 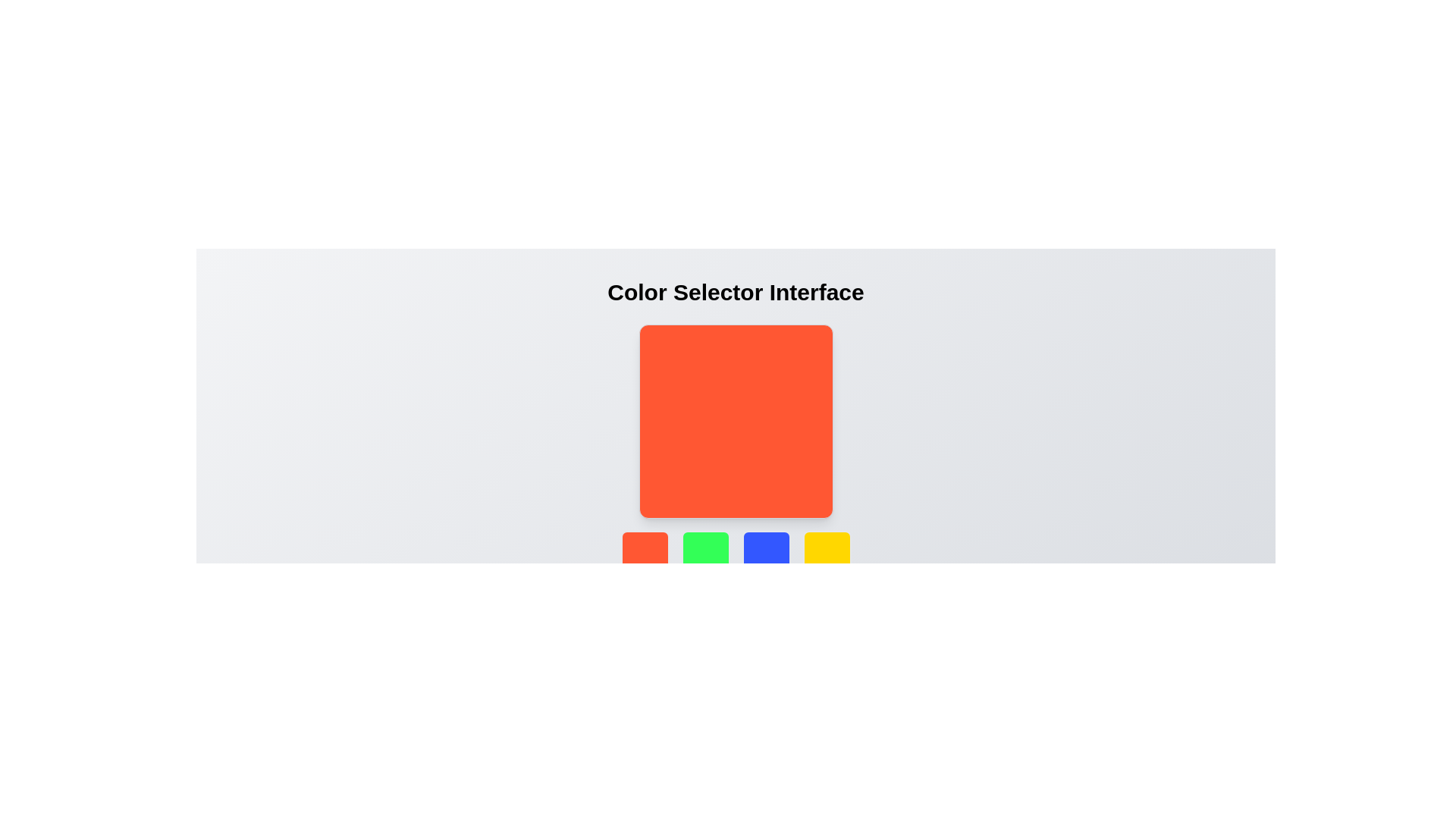 I want to click on the yellow square tile with rounded corners, which is the fourth button in a row of tiles at the bottom of the interface, so click(x=826, y=555).